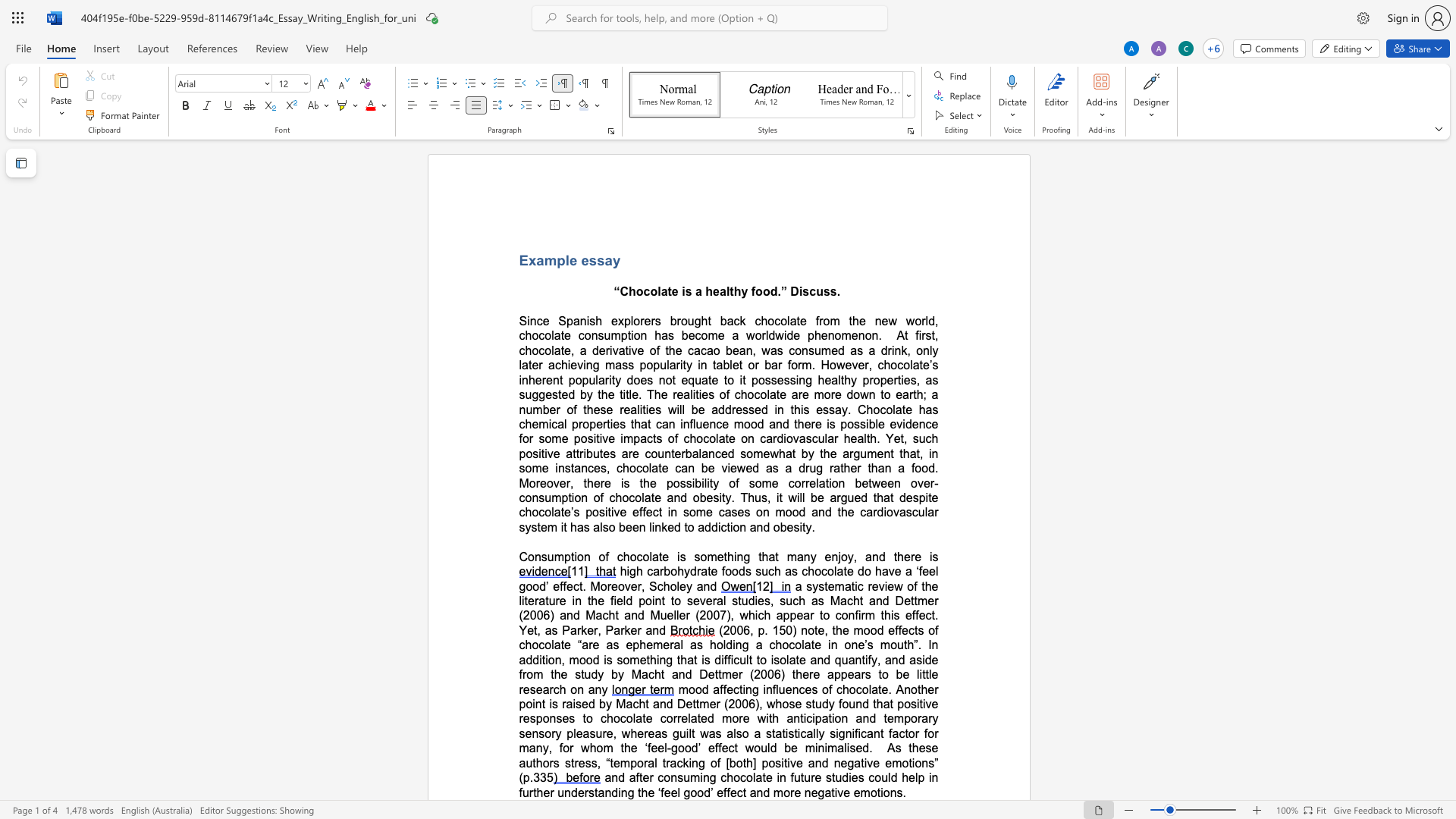 Image resolution: width=1456 pixels, height=819 pixels. What do you see at coordinates (857, 438) in the screenshot?
I see `the space between the continuous character "e" and "a" in the text` at bounding box center [857, 438].